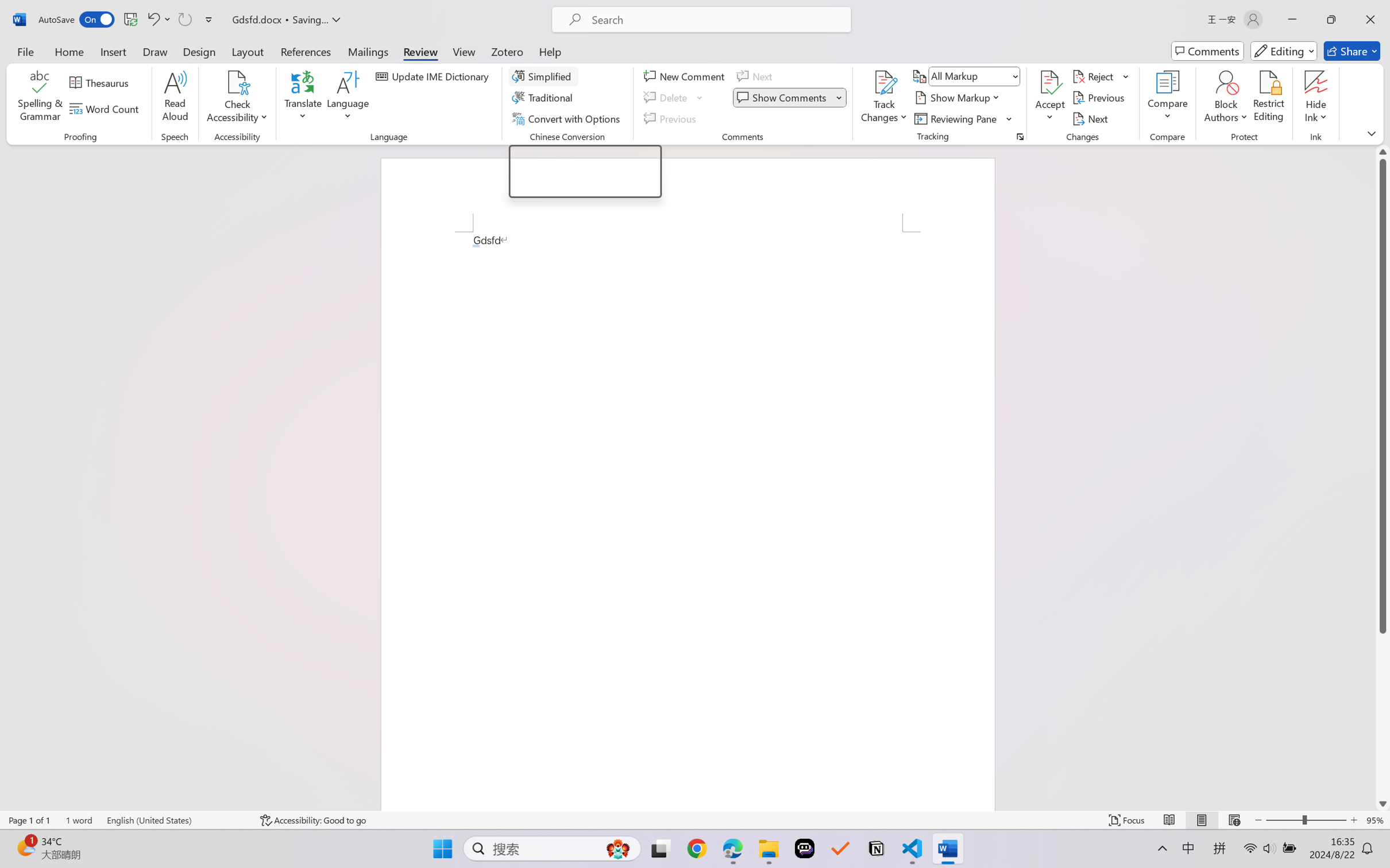 Image resolution: width=1390 pixels, height=868 pixels. I want to click on 'Track Changes', so click(883, 82).